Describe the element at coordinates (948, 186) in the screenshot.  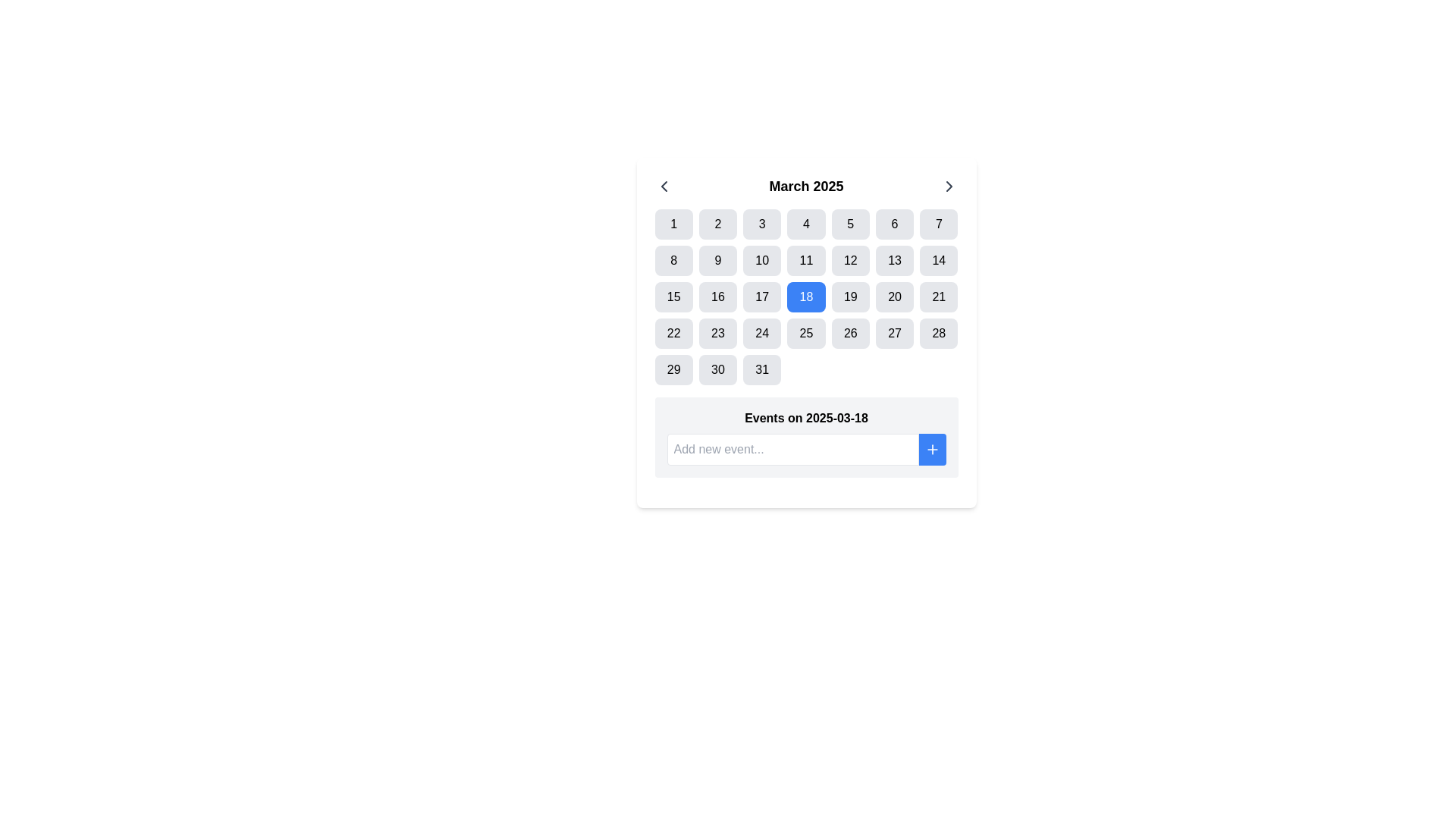
I see `the navigation button (an SVG graphic) located at the top-right corner of the calendar interface's header, positioned to the right of the title 'March 2025'` at that location.